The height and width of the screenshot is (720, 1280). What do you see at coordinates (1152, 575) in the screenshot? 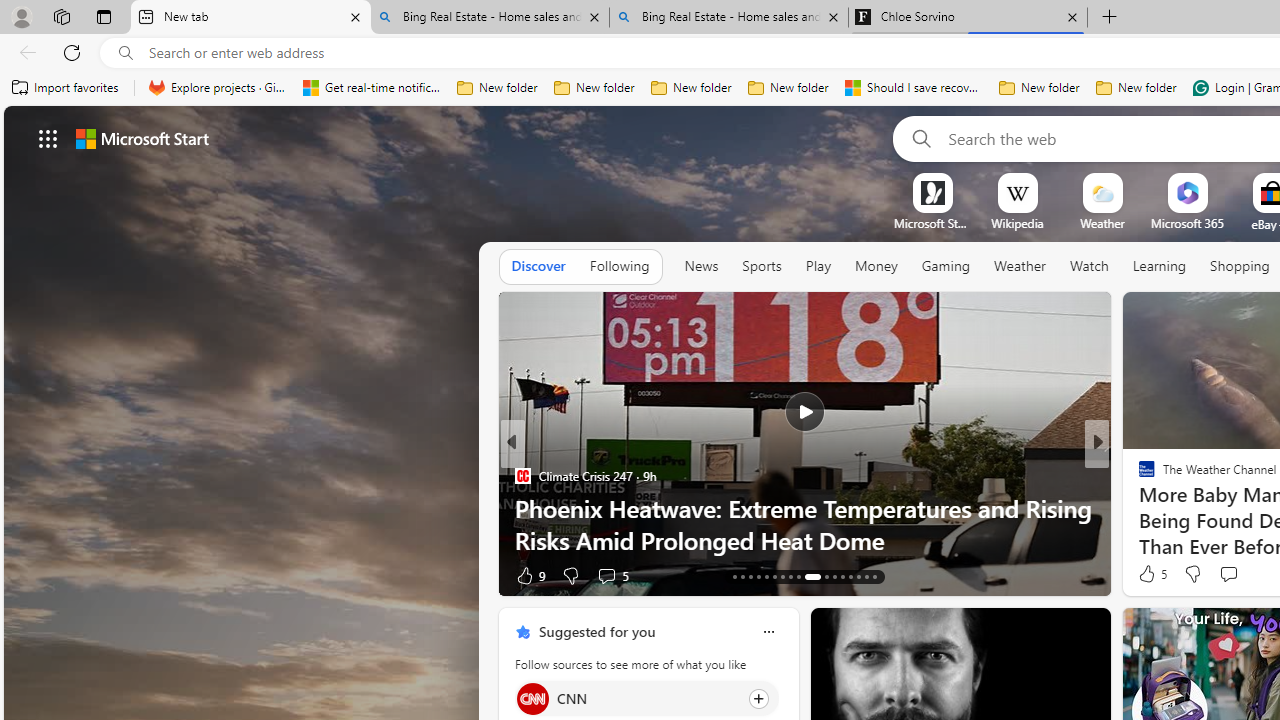
I see `'146 Like'` at bounding box center [1152, 575].